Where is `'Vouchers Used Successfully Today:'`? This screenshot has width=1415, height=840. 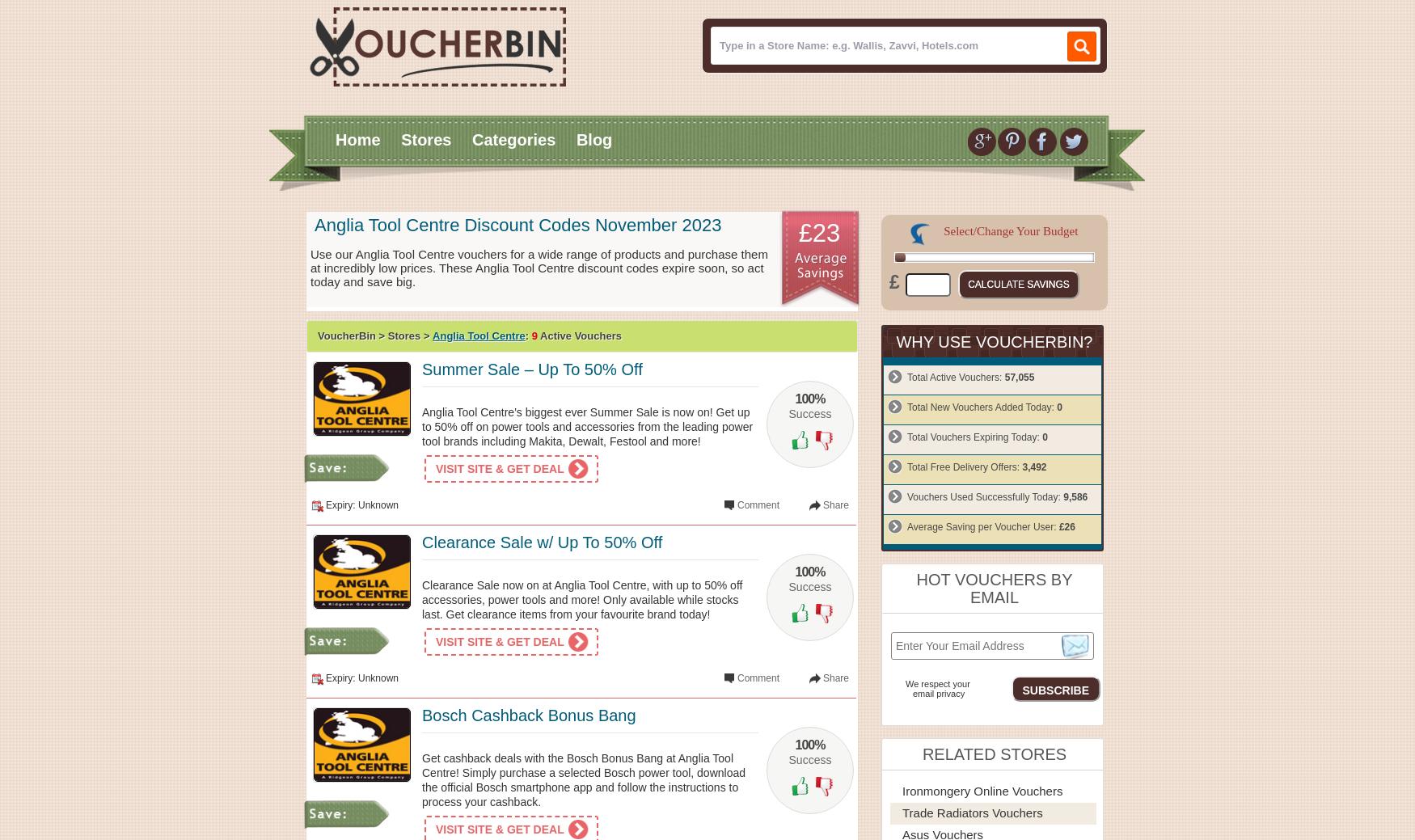
'Vouchers Used Successfully Today:' is located at coordinates (906, 496).